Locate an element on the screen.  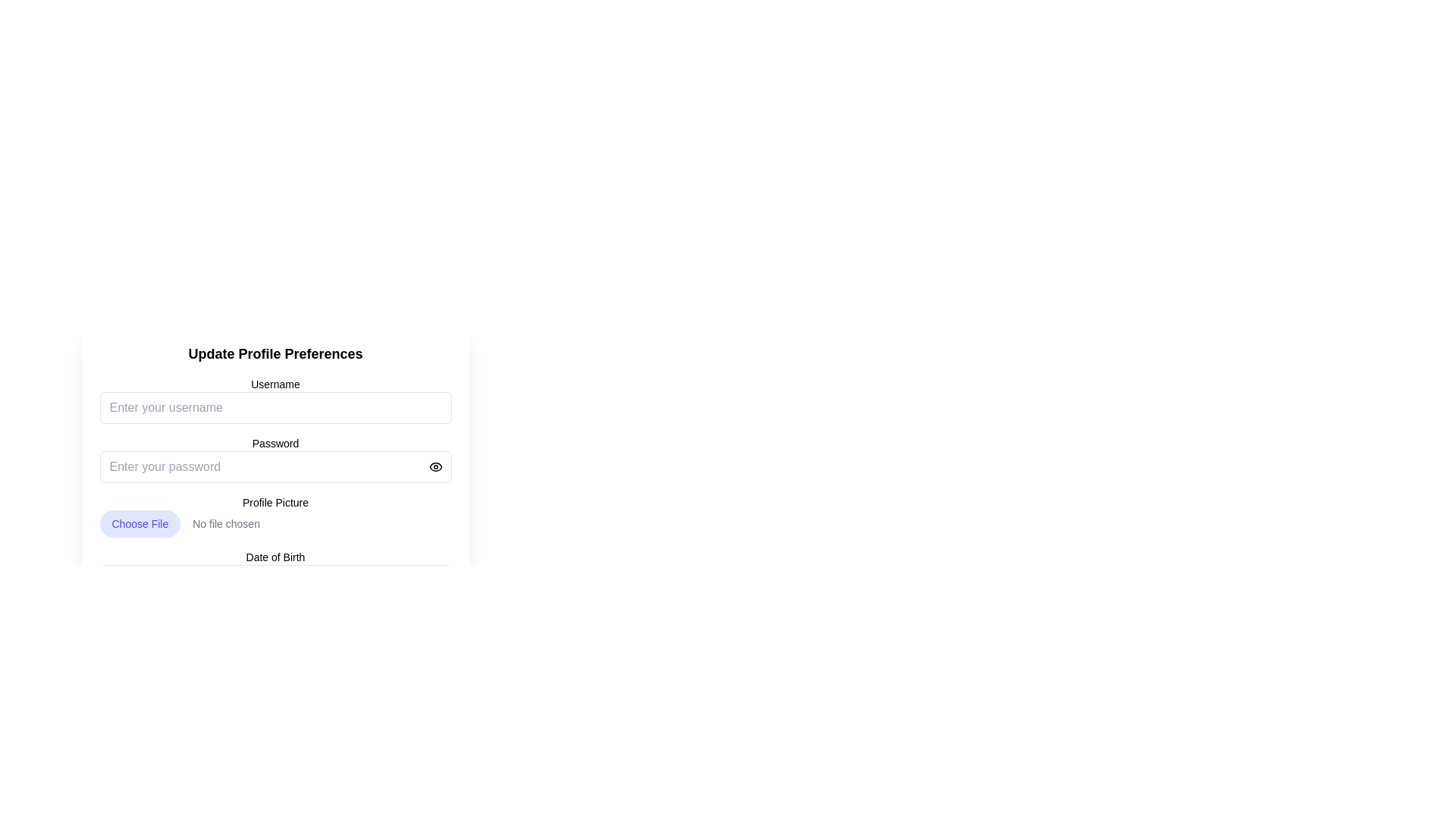
the prominently styled static text header that reads 'Update Profile Preferences', which is centered at the top of the form layout is located at coordinates (275, 353).